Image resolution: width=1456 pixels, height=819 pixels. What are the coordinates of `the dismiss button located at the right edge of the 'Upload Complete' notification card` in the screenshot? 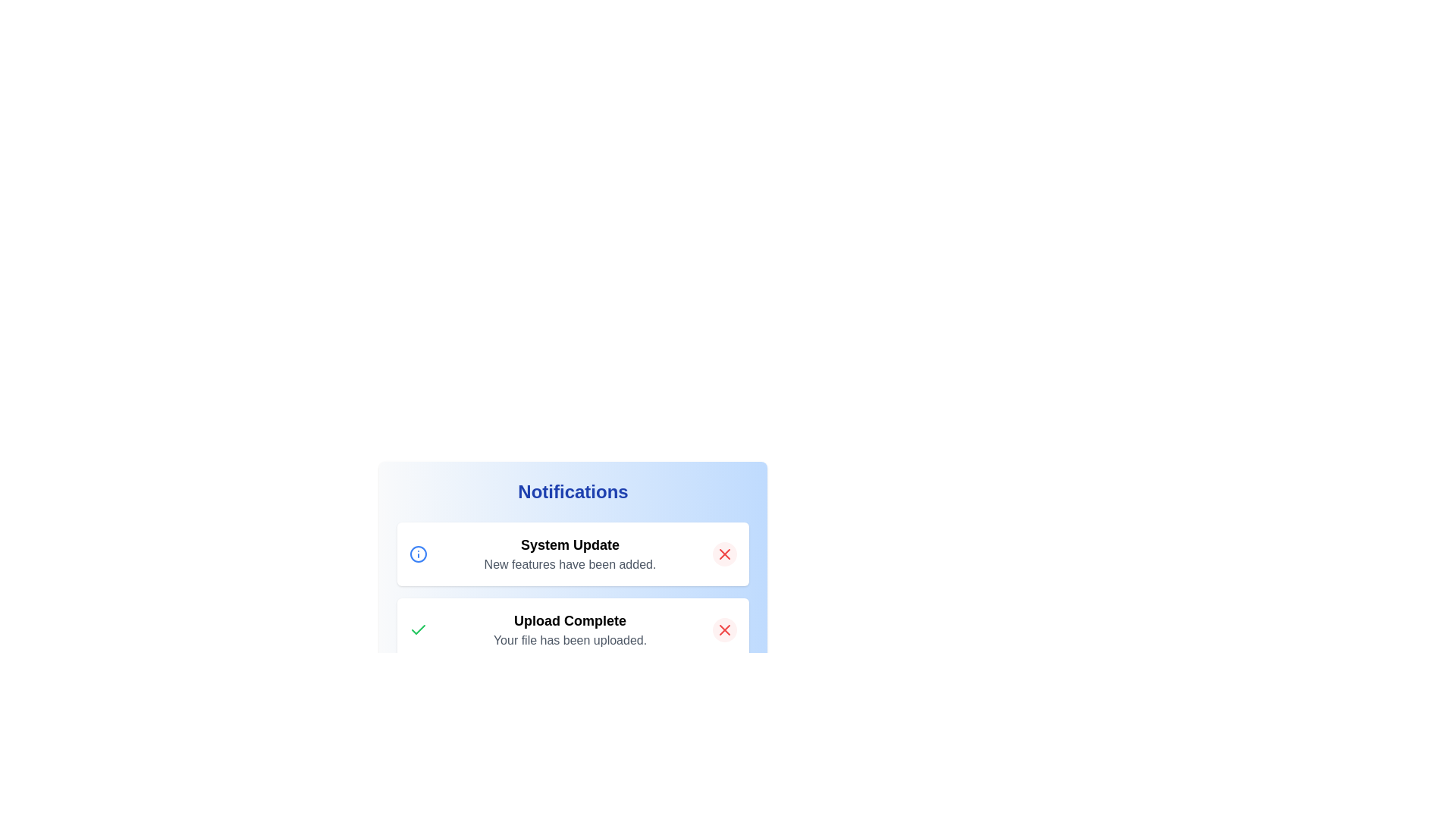 It's located at (723, 629).